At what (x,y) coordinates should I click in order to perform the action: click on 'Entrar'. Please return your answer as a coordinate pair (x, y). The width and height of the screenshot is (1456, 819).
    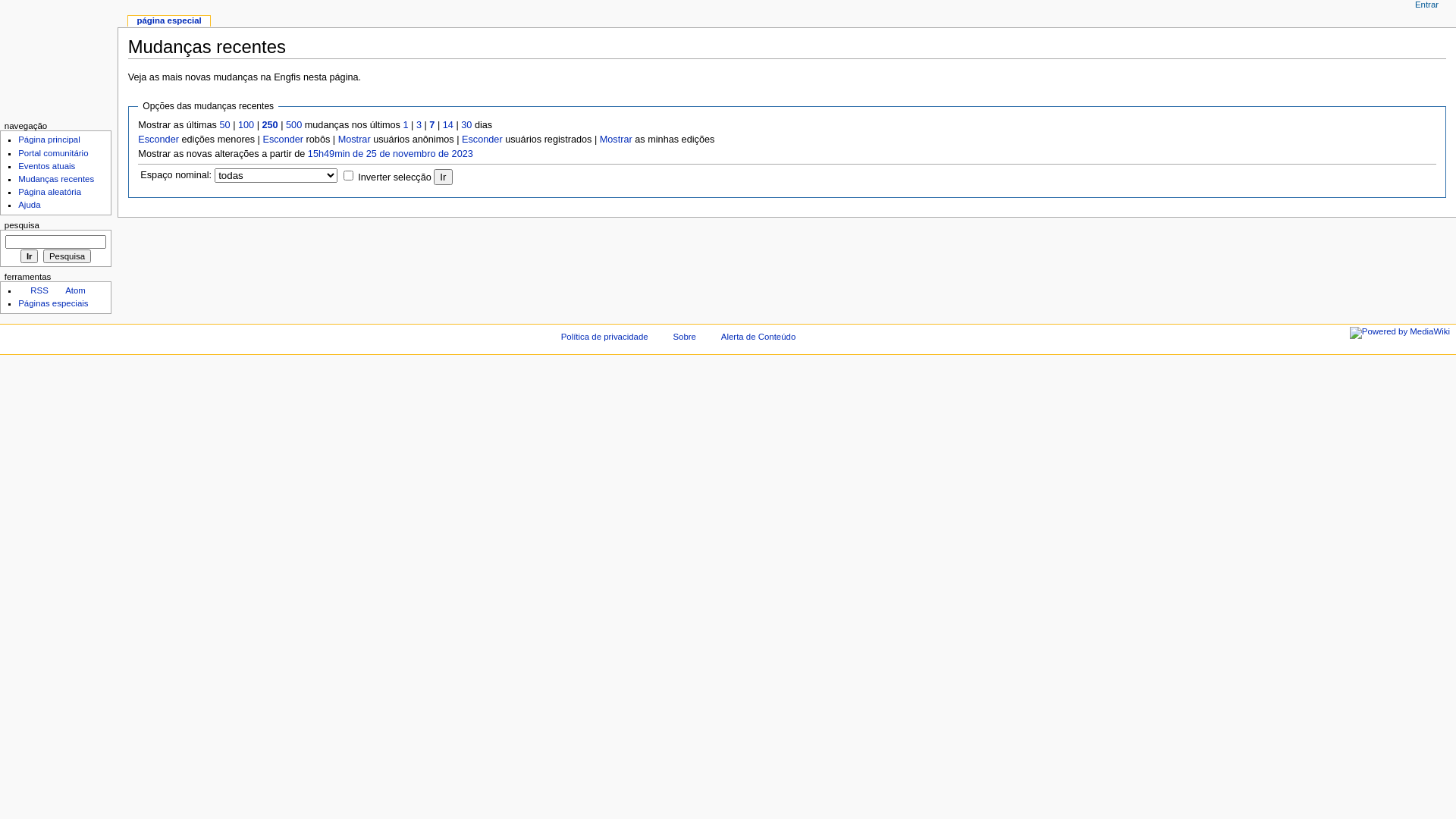
    Looking at the image, I should click on (1426, 5).